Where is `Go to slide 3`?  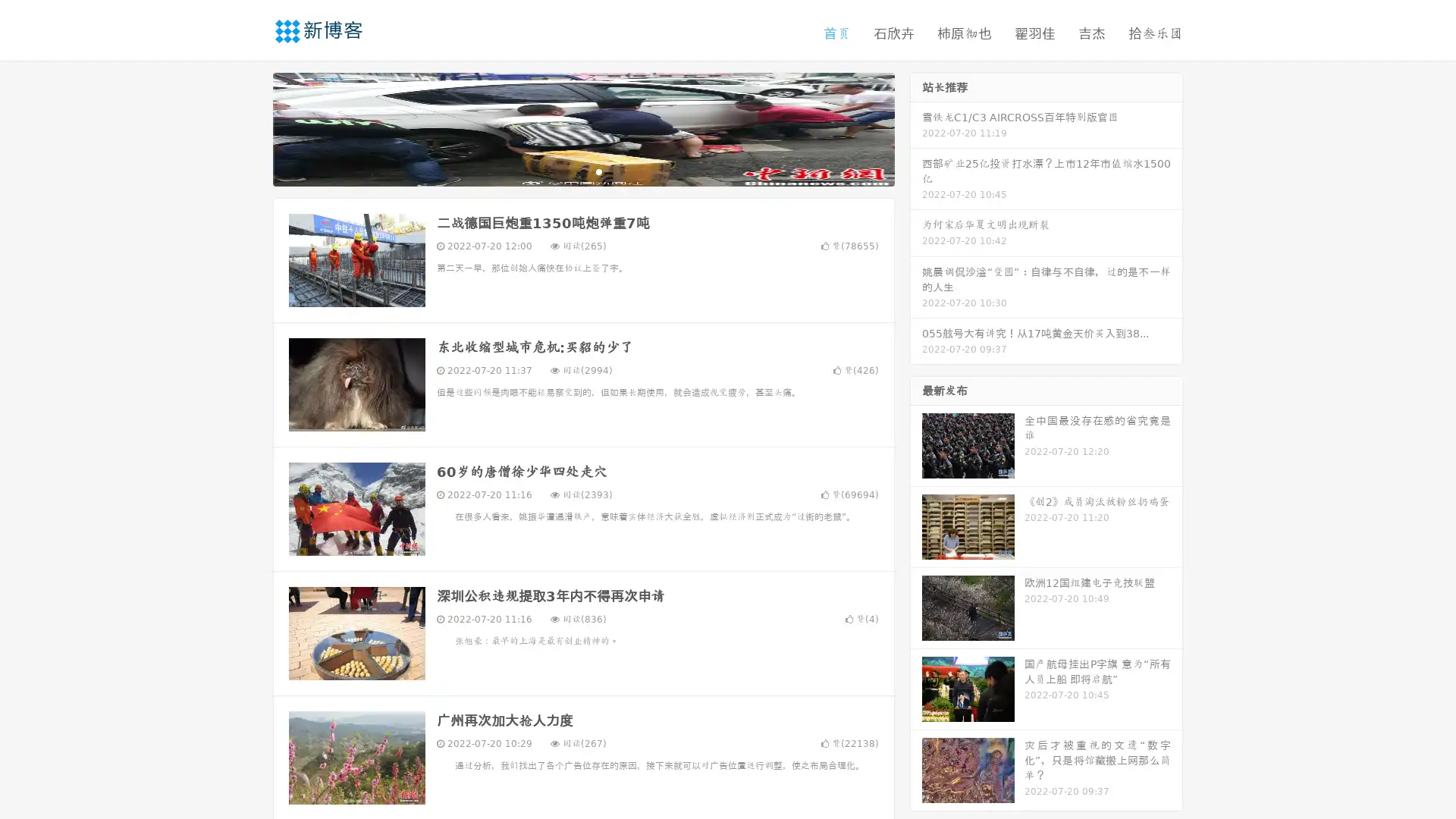
Go to slide 3 is located at coordinates (598, 171).